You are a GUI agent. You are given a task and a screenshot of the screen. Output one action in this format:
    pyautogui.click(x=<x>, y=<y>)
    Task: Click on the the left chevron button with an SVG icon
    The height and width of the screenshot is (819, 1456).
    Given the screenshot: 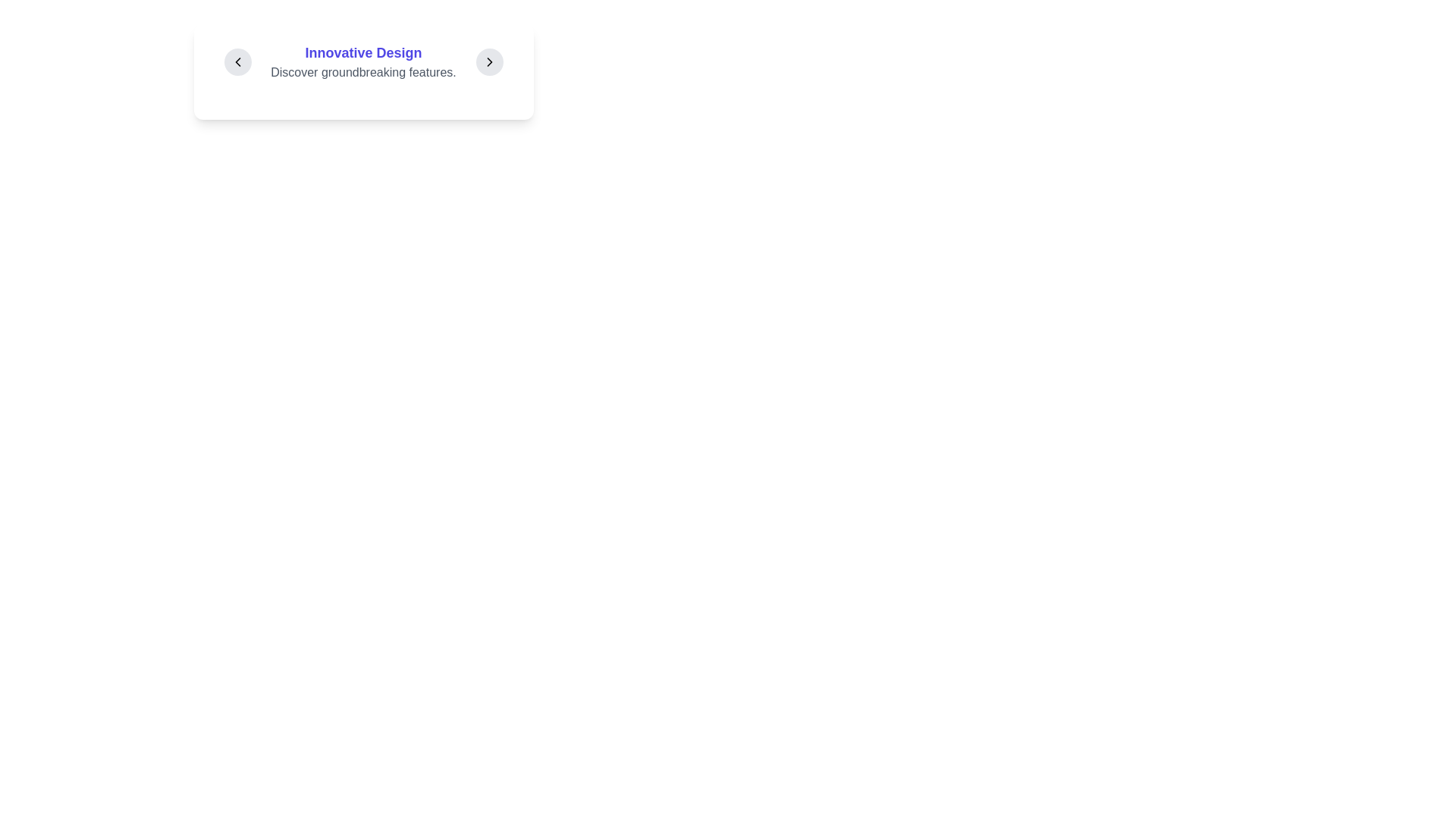 What is the action you would take?
    pyautogui.click(x=237, y=61)
    